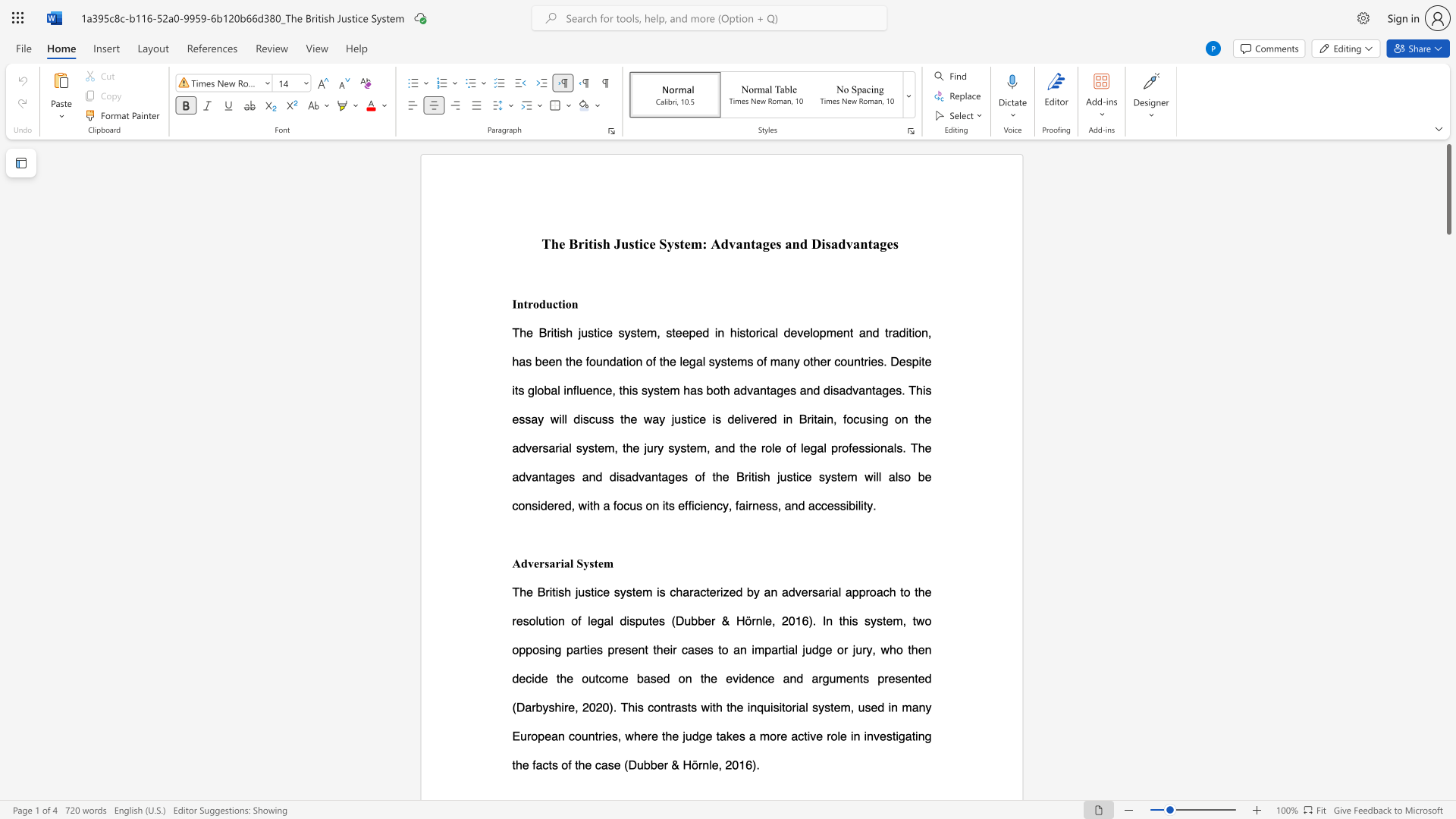 The image size is (1456, 819). Describe the element at coordinates (1448, 378) in the screenshot. I see `the scrollbar on the right to move the page downward` at that location.